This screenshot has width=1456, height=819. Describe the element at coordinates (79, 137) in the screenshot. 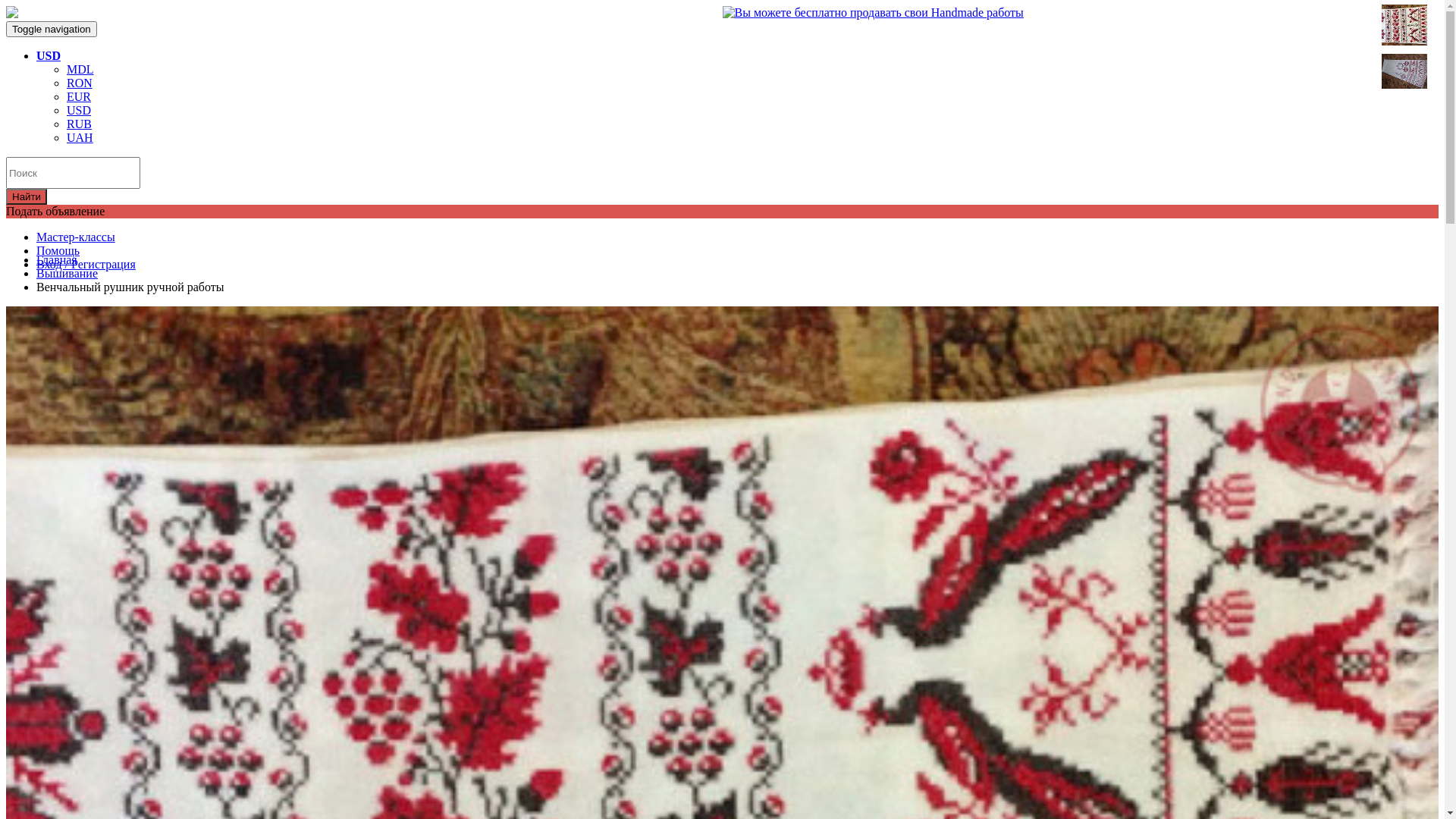

I see `'UAH'` at that location.